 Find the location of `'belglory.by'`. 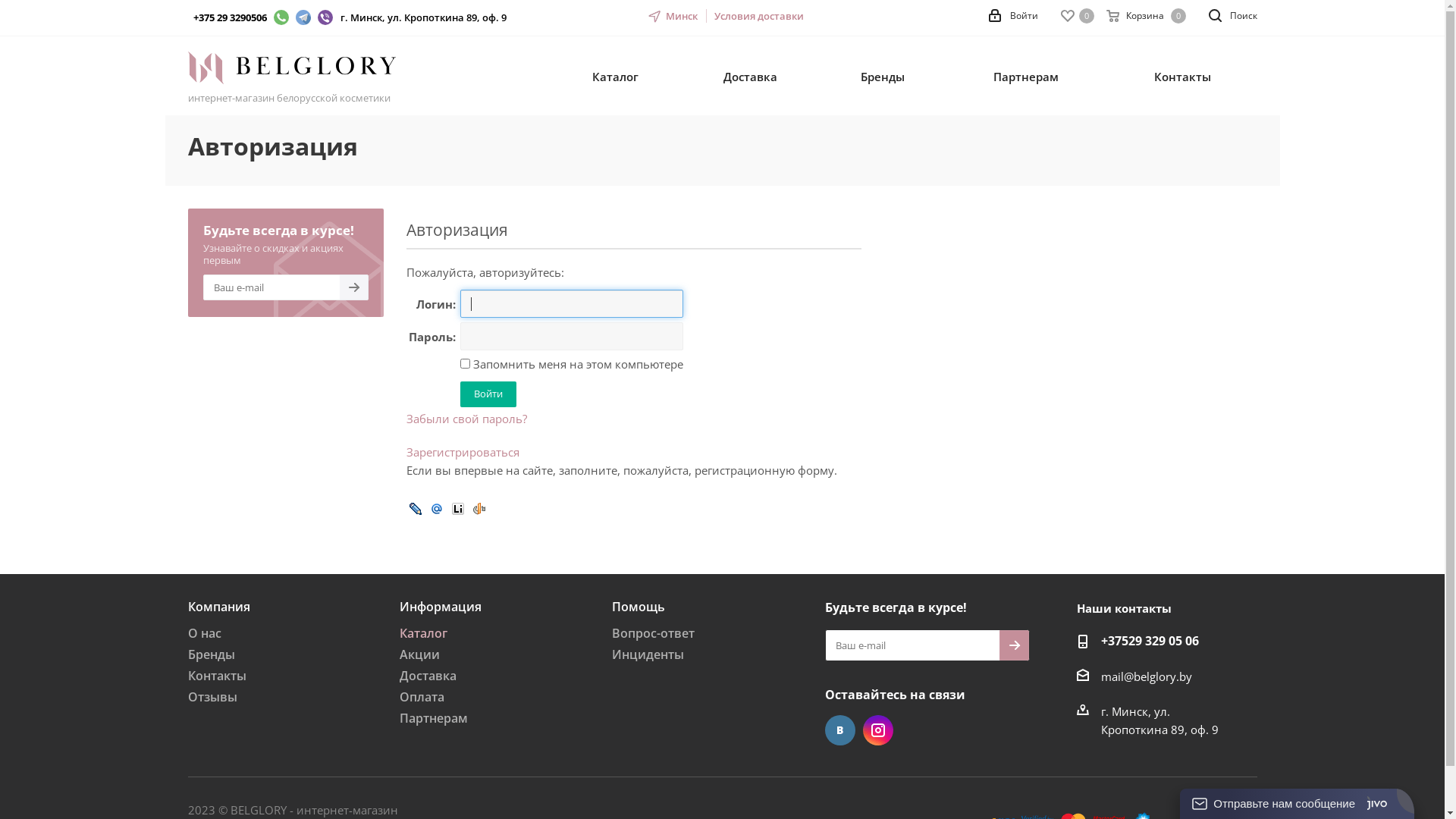

'belglory.by' is located at coordinates (187, 67).